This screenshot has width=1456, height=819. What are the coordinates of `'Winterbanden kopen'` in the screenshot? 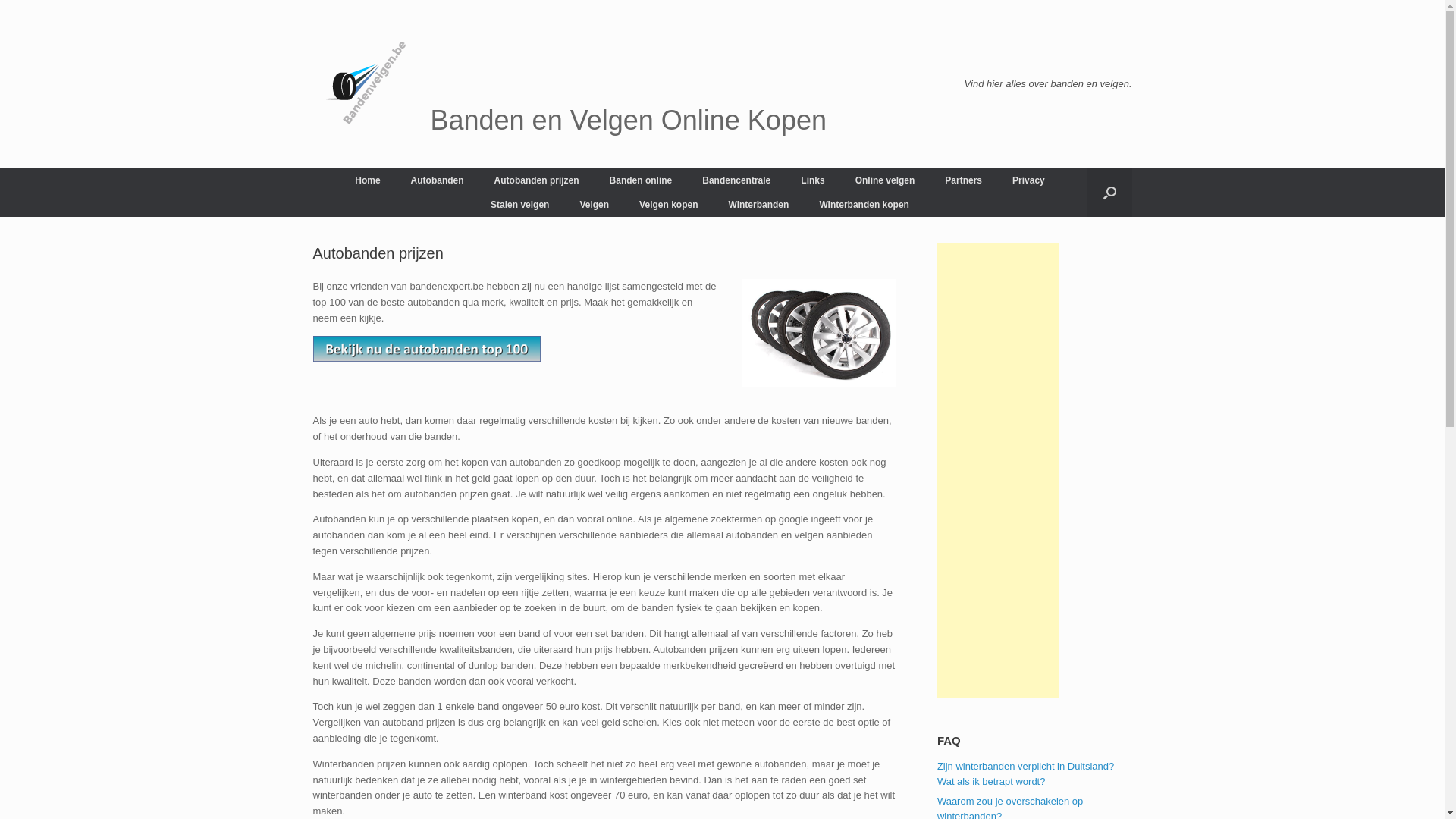 It's located at (803, 205).